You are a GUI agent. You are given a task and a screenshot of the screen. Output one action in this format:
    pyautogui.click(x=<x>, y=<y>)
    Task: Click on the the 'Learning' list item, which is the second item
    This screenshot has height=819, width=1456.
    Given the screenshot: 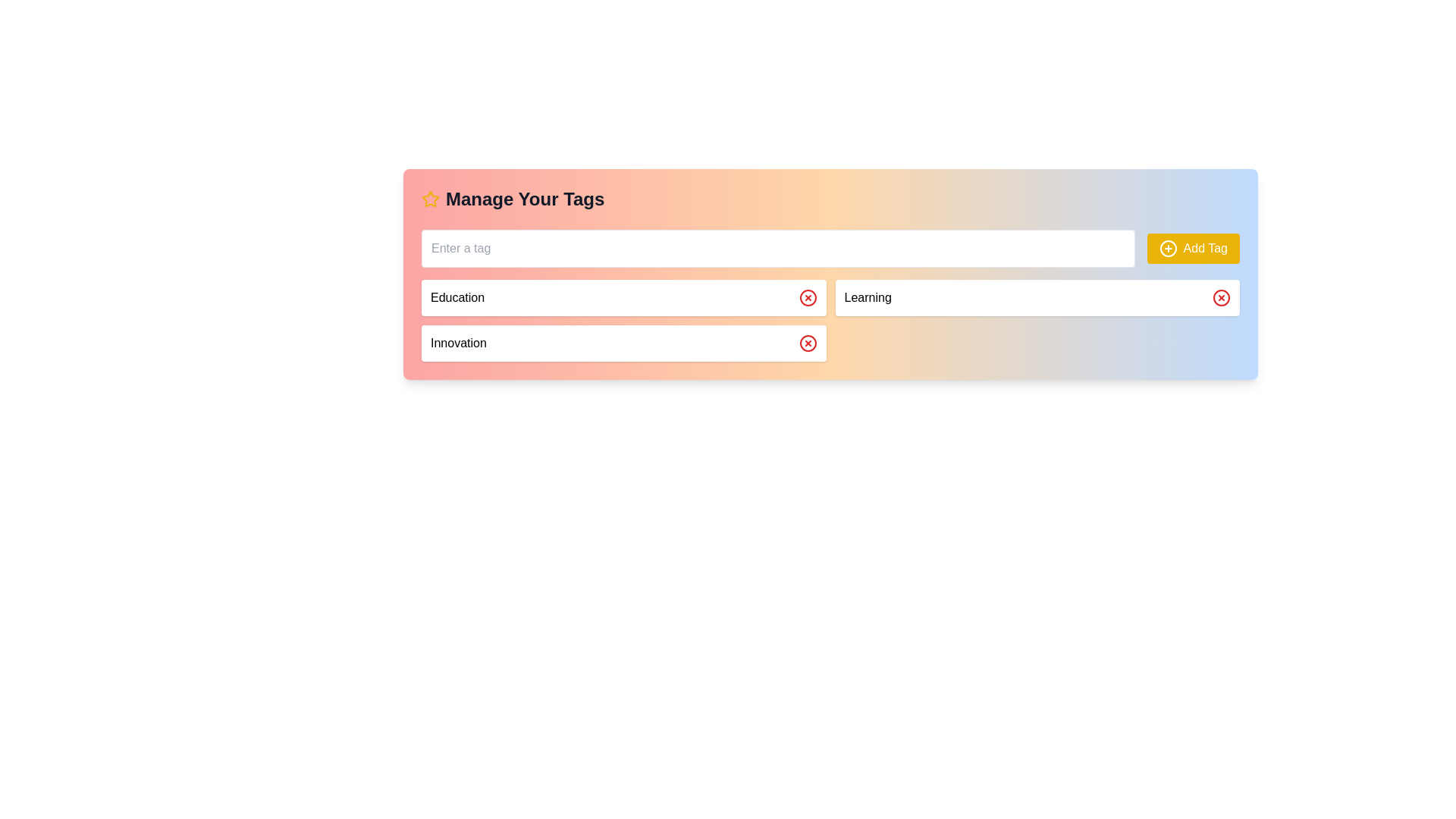 What is the action you would take?
    pyautogui.click(x=1037, y=298)
    